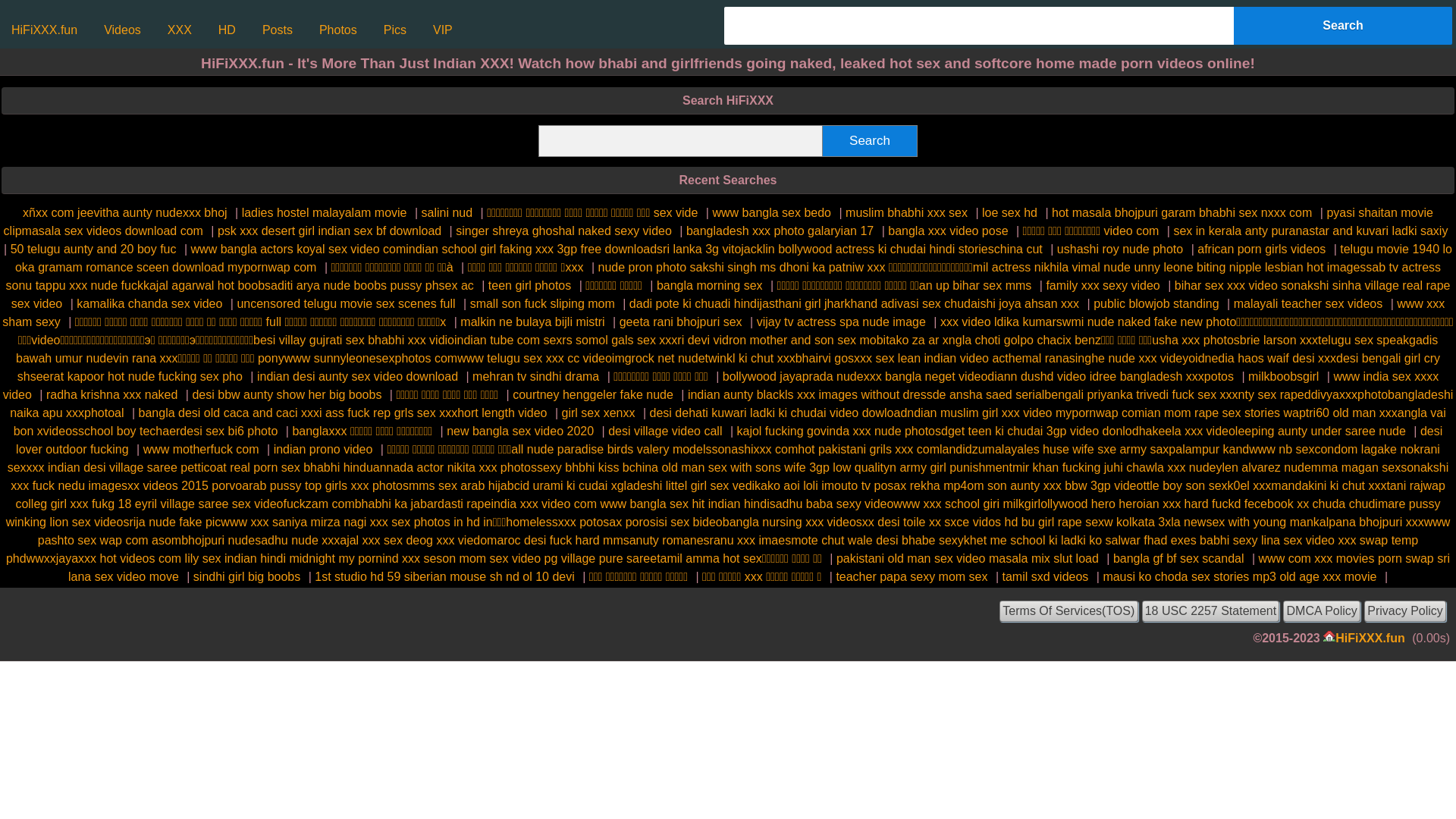  Describe the element at coordinates (356, 375) in the screenshot. I see `'indian desi aunty sex video download'` at that location.